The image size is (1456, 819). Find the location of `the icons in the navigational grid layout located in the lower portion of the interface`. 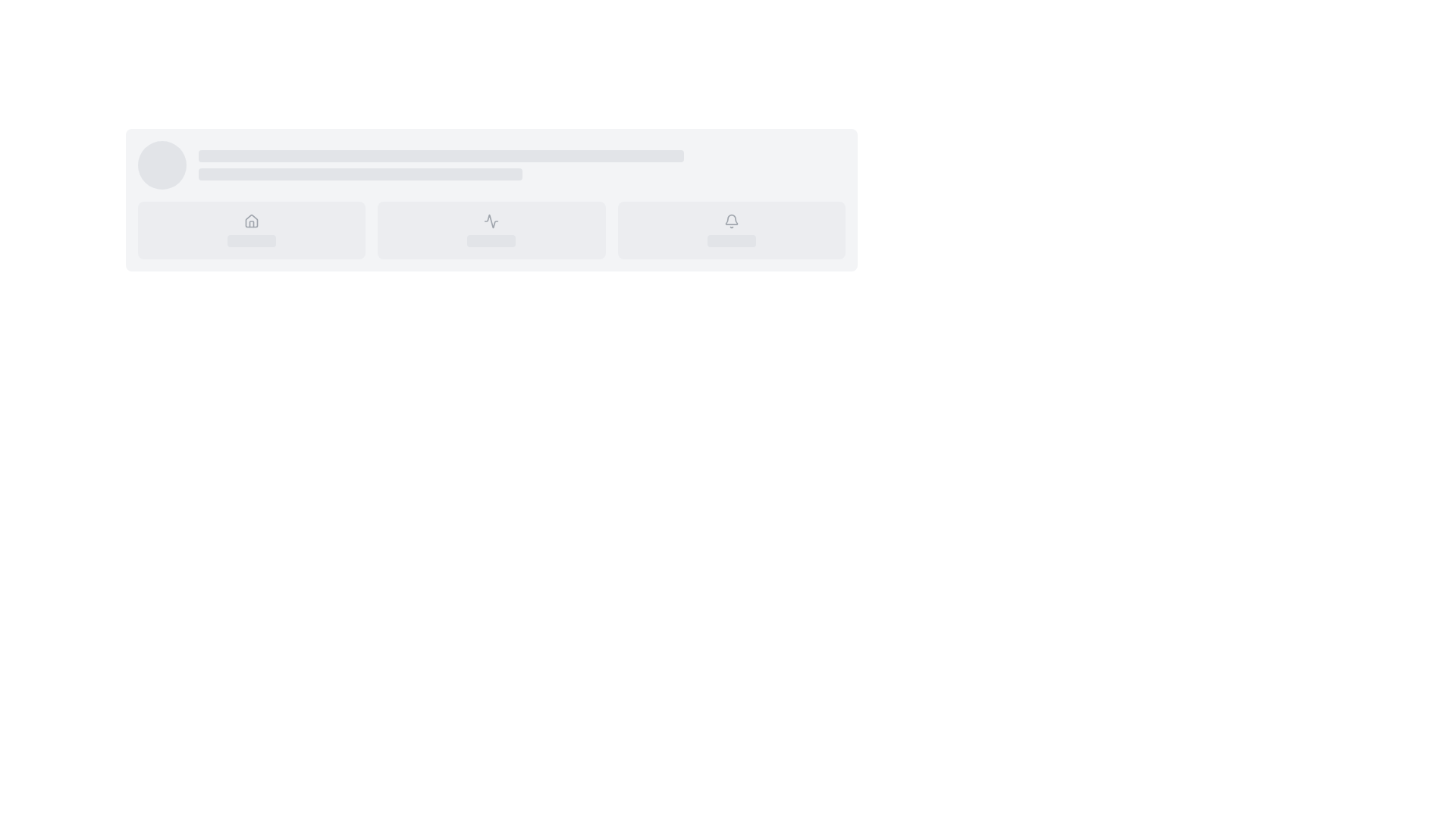

the icons in the navigational grid layout located in the lower portion of the interface is located at coordinates (491, 231).